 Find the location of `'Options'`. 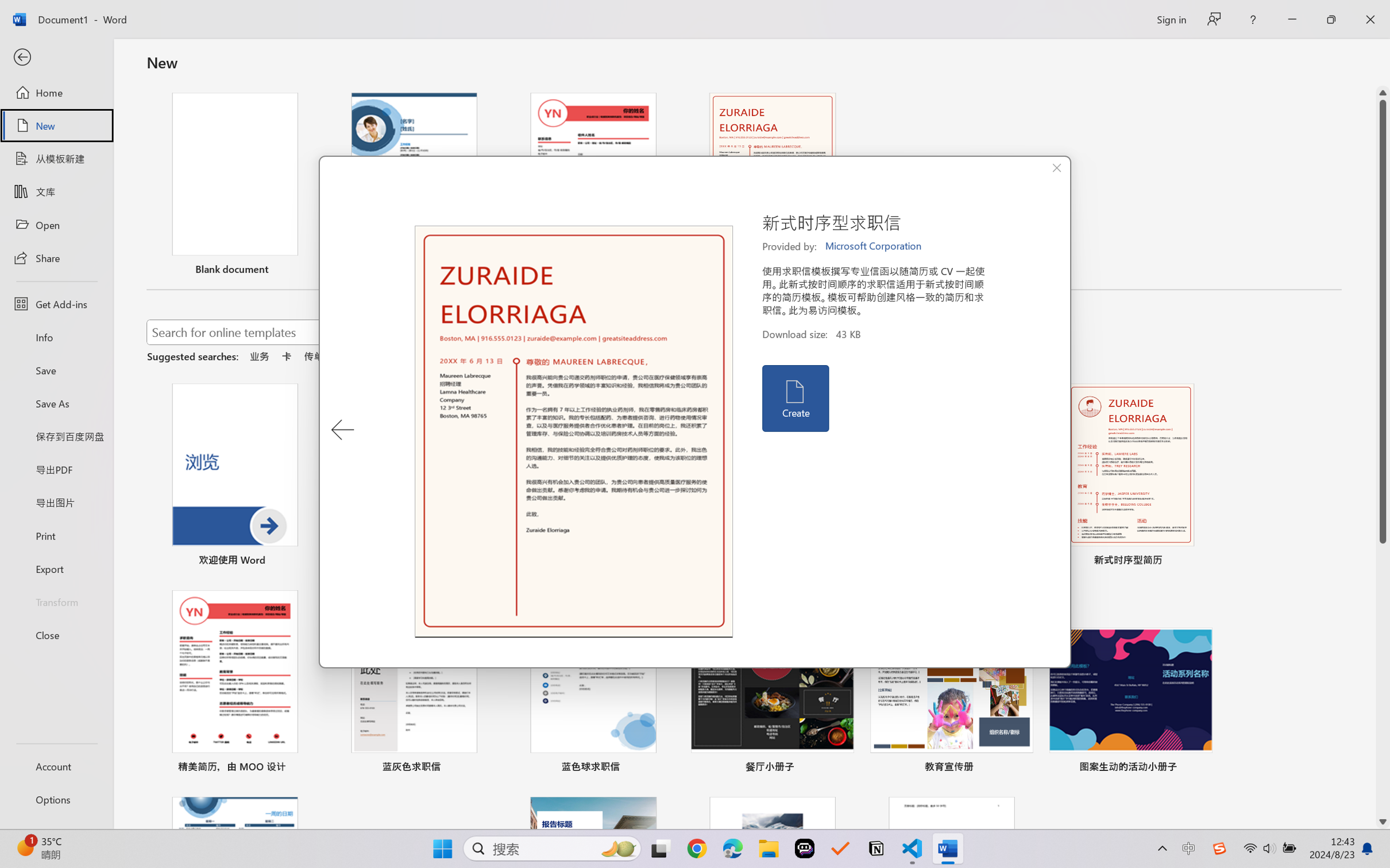

'Options' is located at coordinates (56, 799).